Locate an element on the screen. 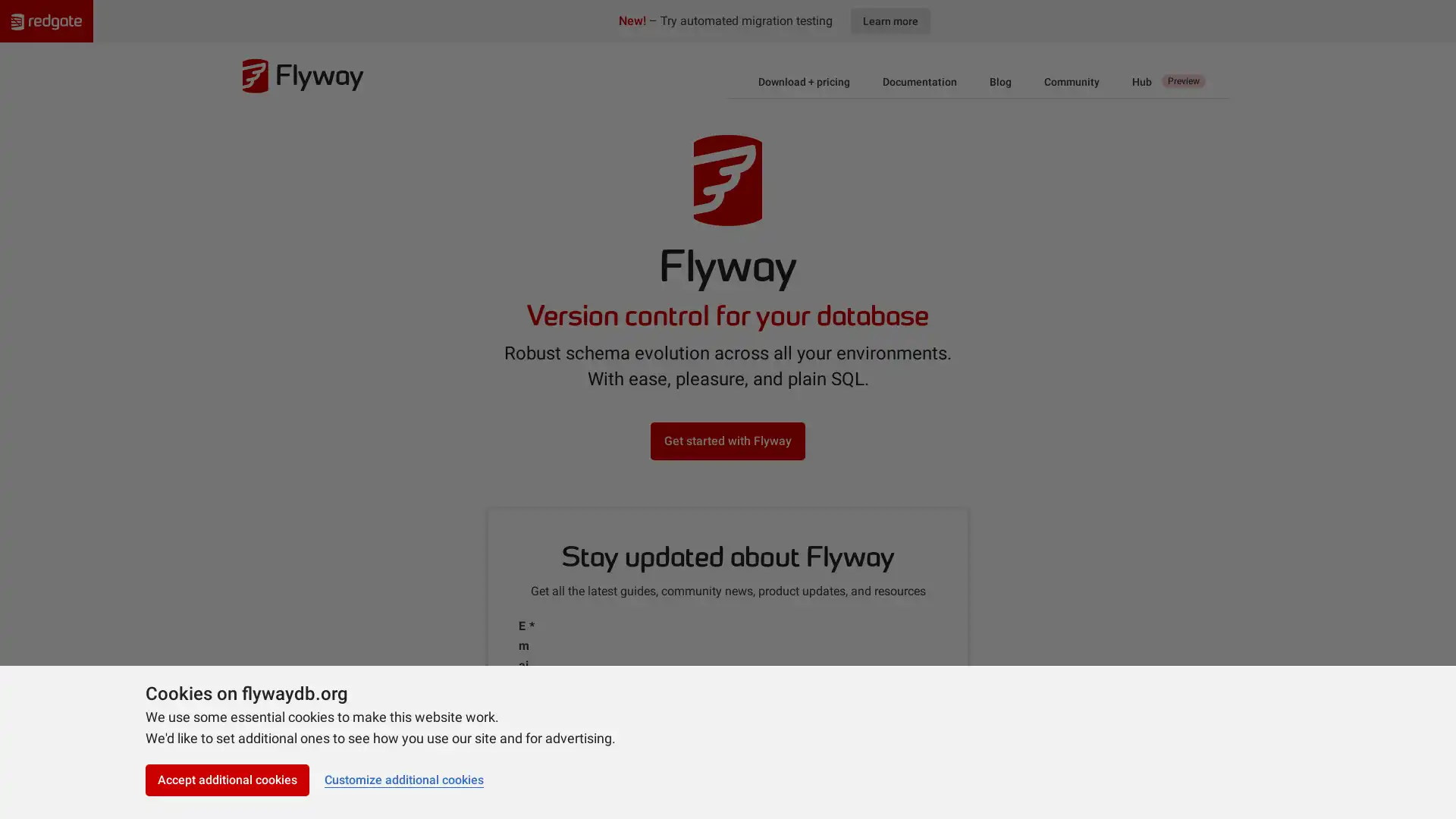 The image size is (1456, 819). Accept additional cookies is located at coordinates (226, 780).